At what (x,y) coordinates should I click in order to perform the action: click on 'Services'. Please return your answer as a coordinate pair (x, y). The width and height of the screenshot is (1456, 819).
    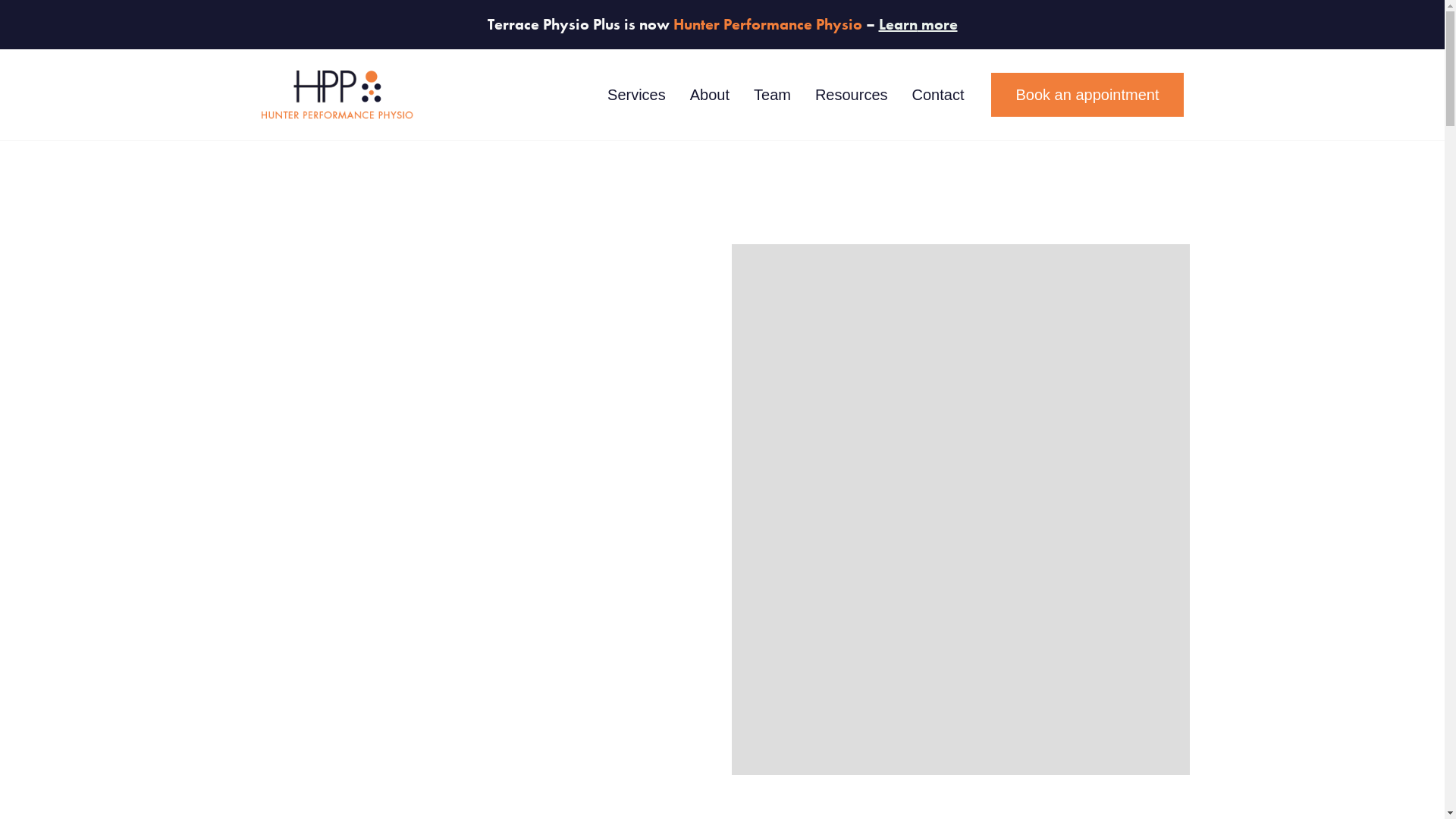
    Looking at the image, I should click on (636, 95).